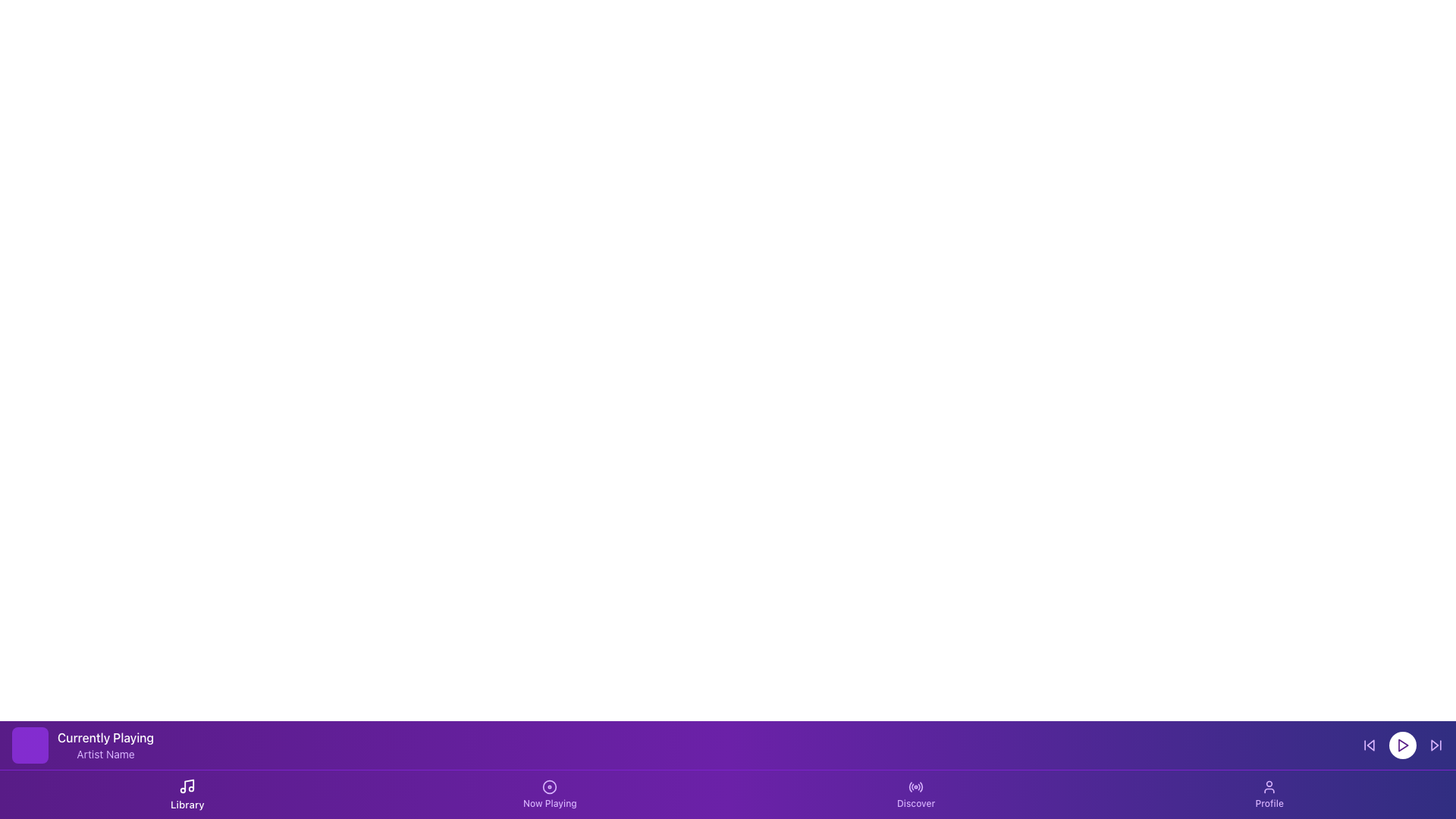  What do you see at coordinates (187, 794) in the screenshot?
I see `the Navigation Button for the Library section located in the bottom navigation bar` at bounding box center [187, 794].